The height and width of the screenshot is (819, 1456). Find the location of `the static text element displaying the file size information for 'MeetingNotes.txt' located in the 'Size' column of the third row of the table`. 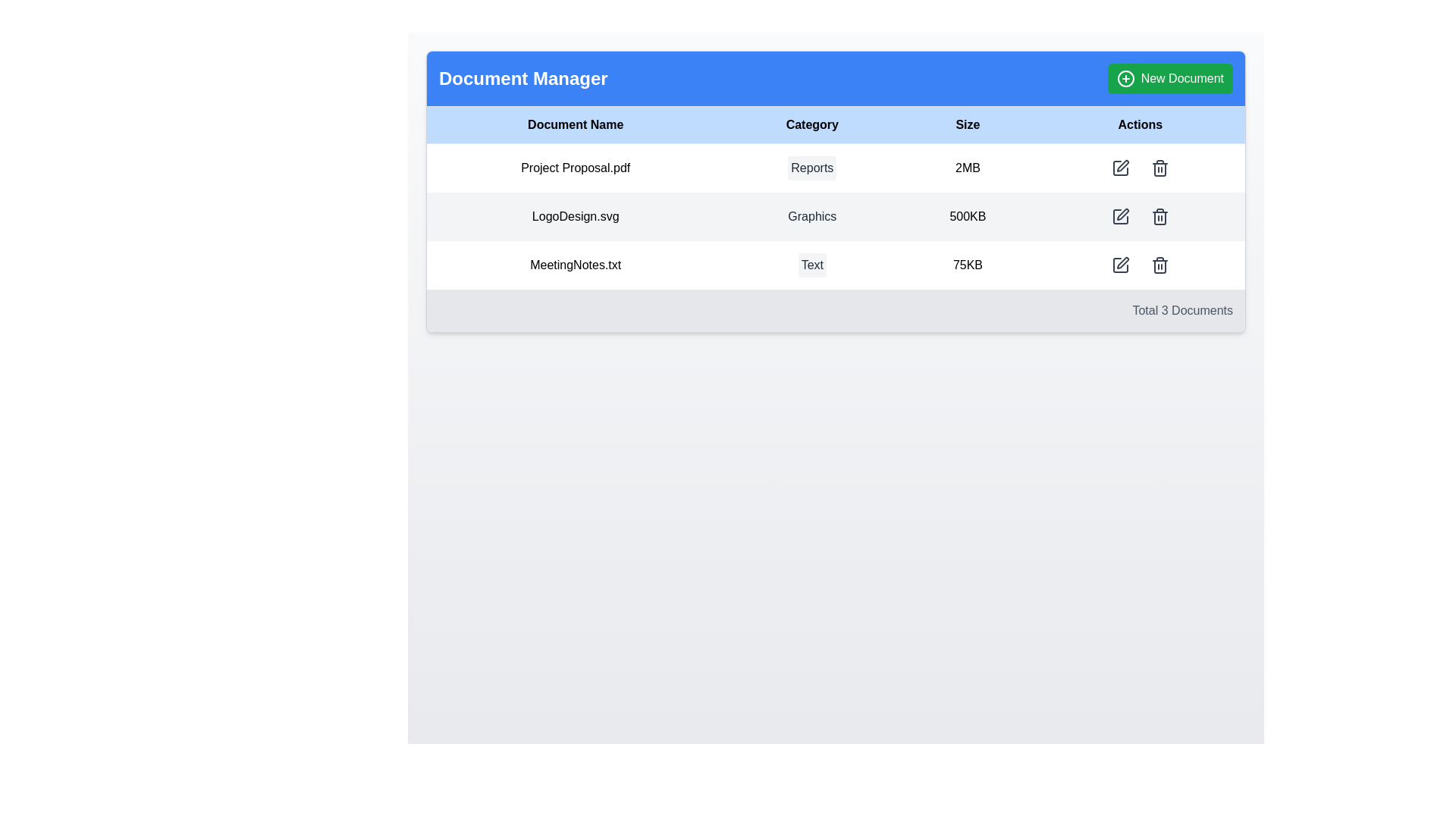

the static text element displaying the file size information for 'MeetingNotes.txt' located in the 'Size' column of the third row of the table is located at coordinates (967, 265).